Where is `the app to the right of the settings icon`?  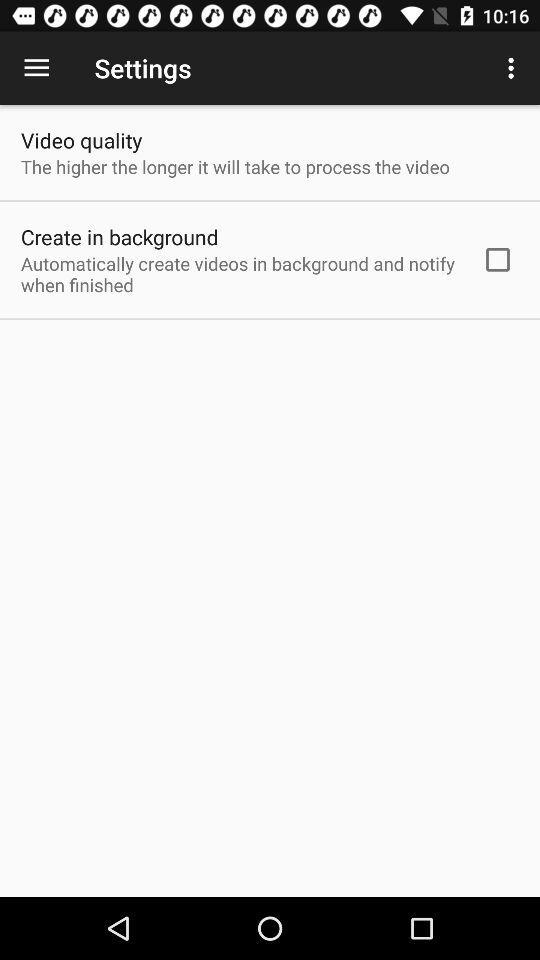
the app to the right of the settings icon is located at coordinates (513, 68).